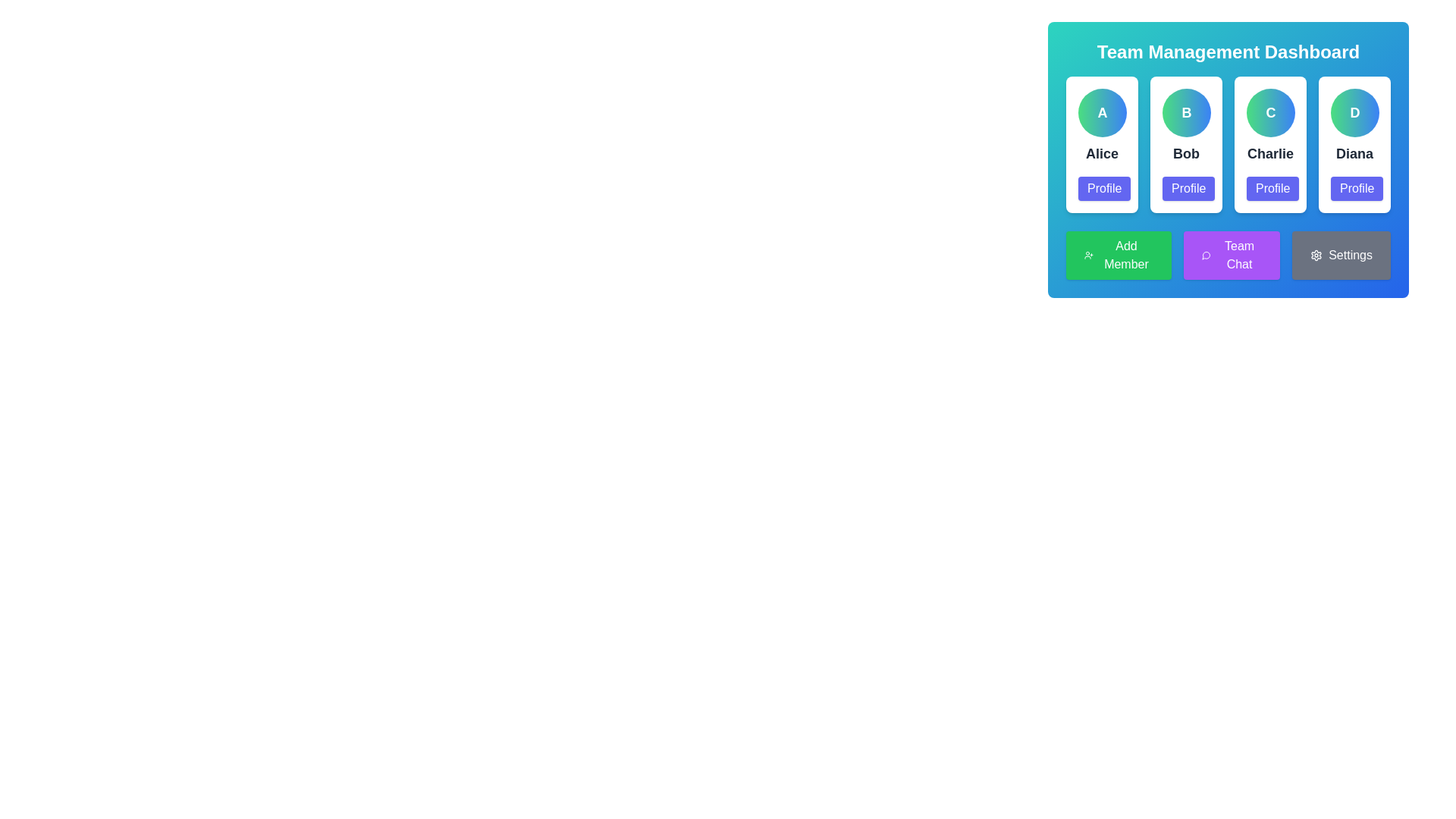 This screenshot has width=1456, height=819. What do you see at coordinates (1088, 254) in the screenshot?
I see `the add user icon located to the left of the text content in the 'Add Member' button at the bottom left corner of the main card` at bounding box center [1088, 254].